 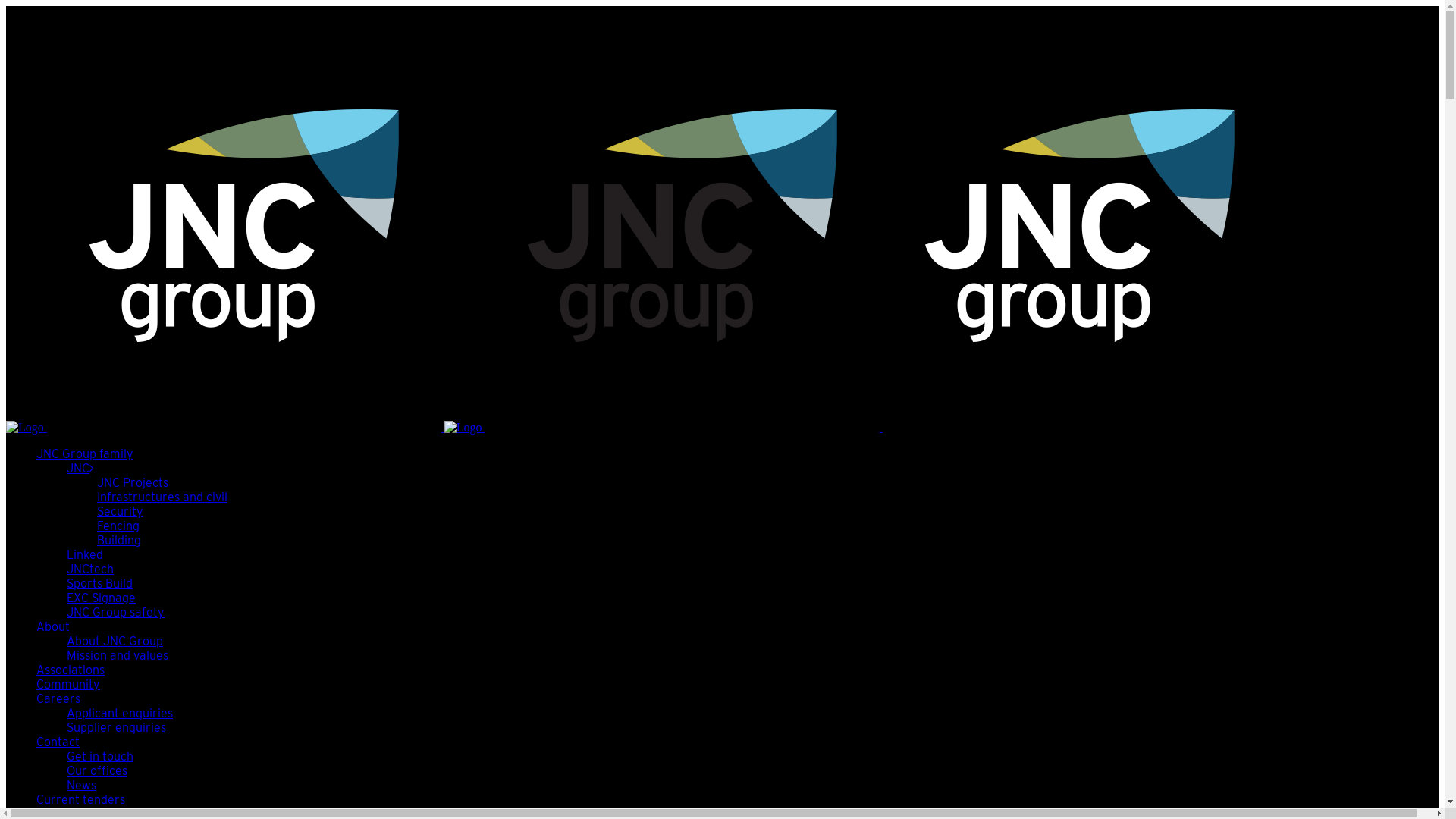 I want to click on 'JNC Group safety', so click(x=115, y=611).